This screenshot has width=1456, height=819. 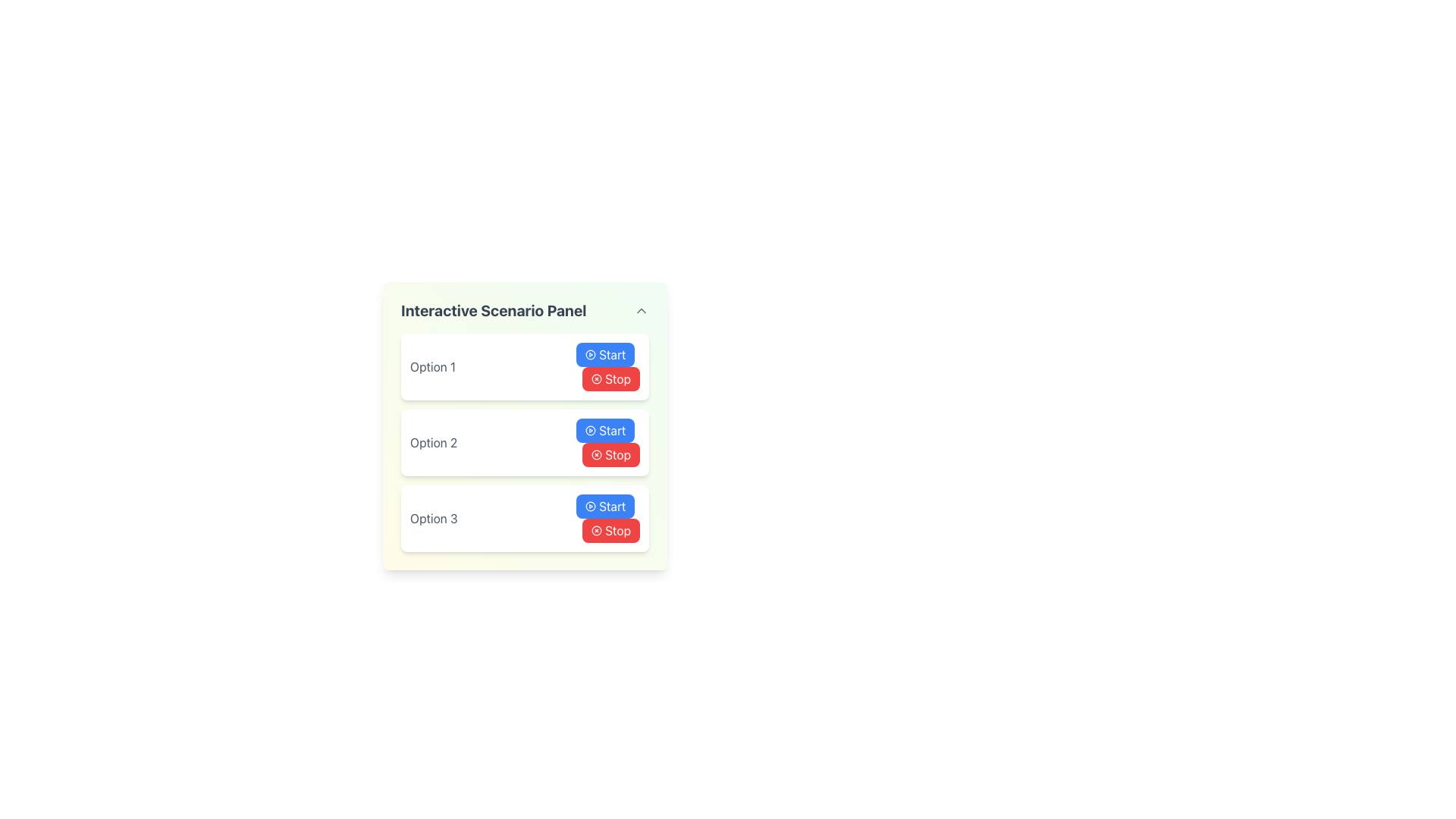 I want to click on the left button in the third row of the 'Interactive Scenario Panel' to initiate the 'Start' action, so click(x=604, y=506).